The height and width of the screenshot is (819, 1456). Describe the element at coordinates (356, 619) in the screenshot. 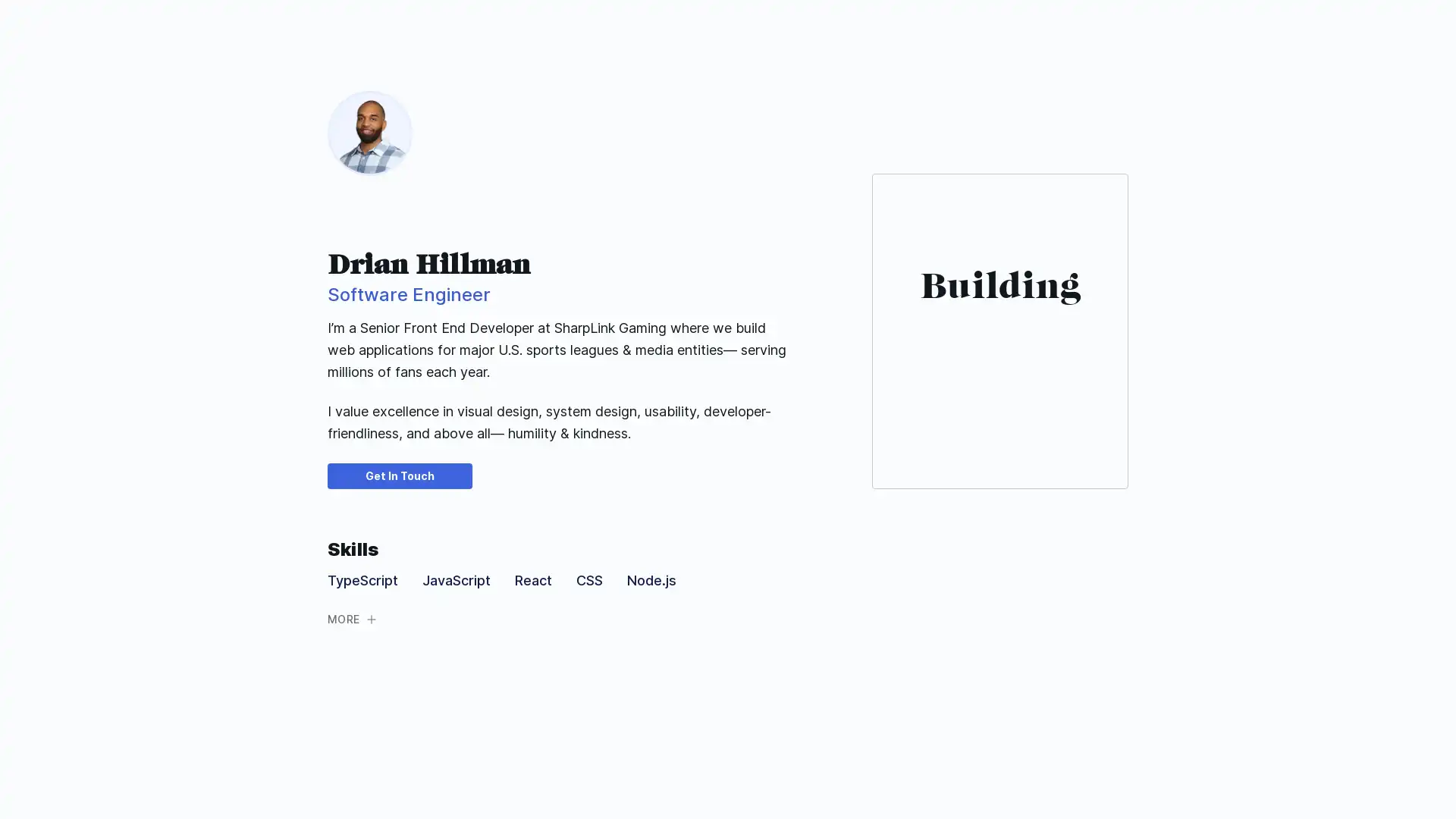

I see `MORE` at that location.